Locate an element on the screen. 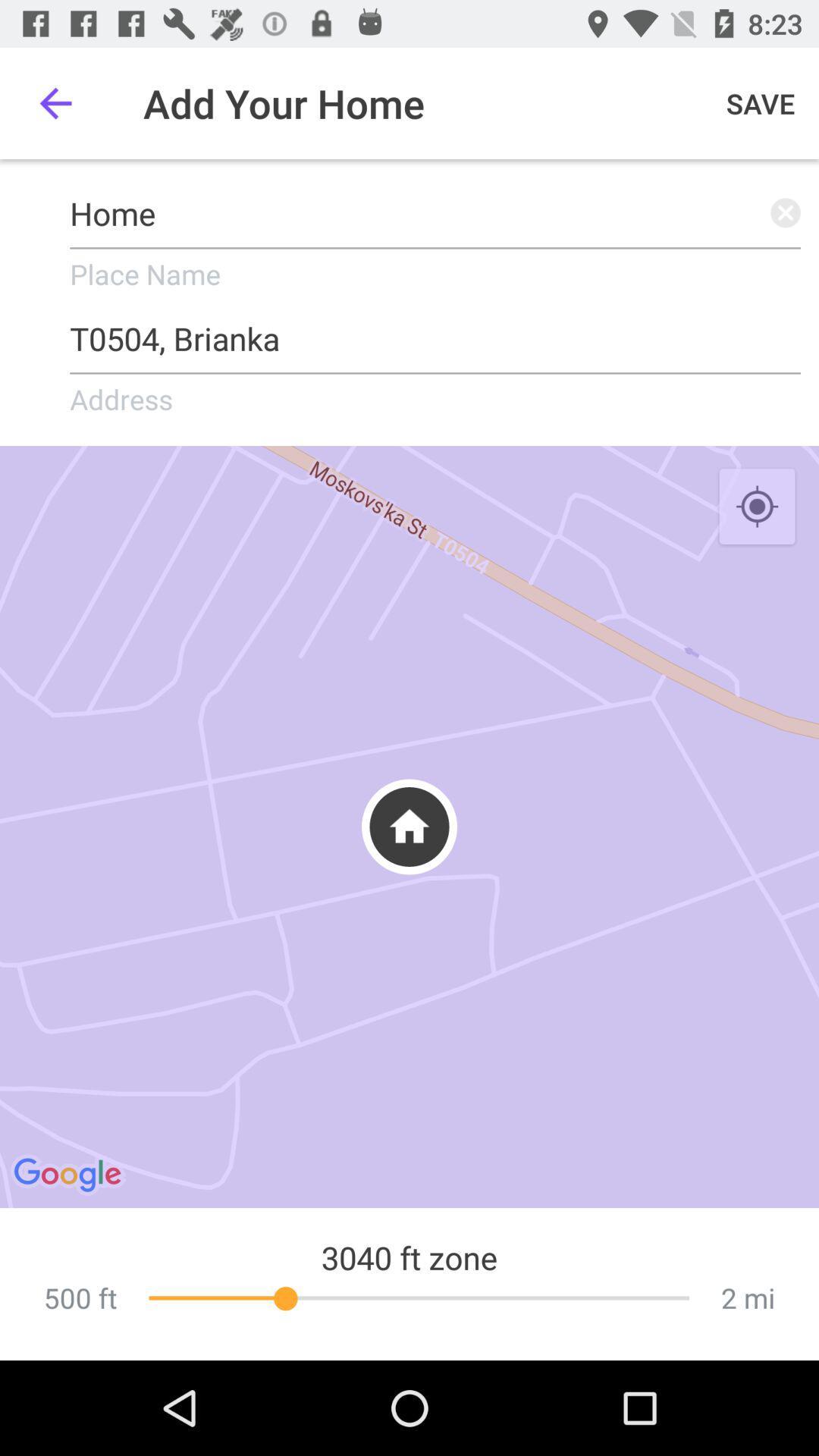  icon below address item is located at coordinates (409, 826).